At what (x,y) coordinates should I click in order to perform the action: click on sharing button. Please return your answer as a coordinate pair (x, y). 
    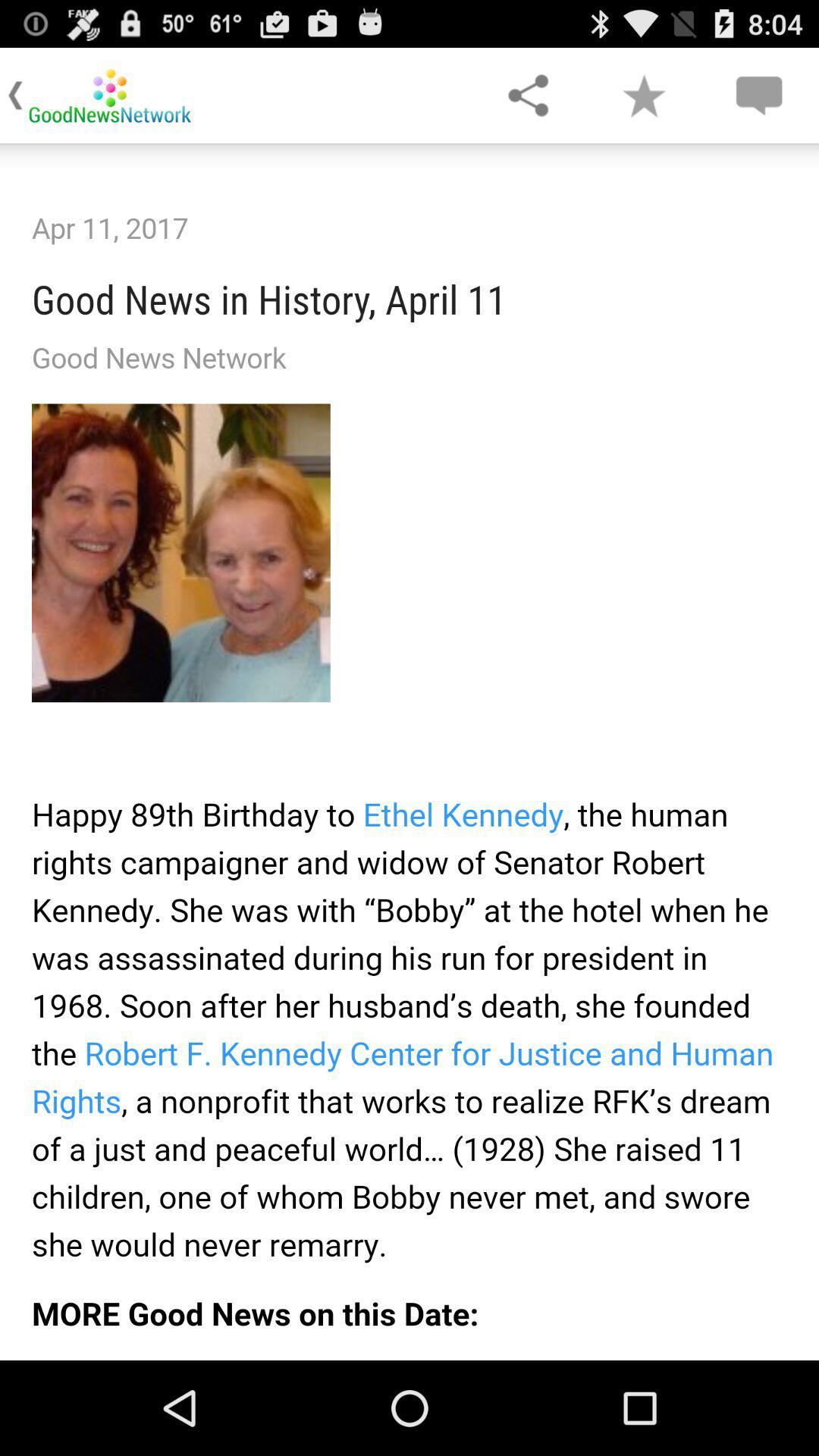
    Looking at the image, I should click on (527, 94).